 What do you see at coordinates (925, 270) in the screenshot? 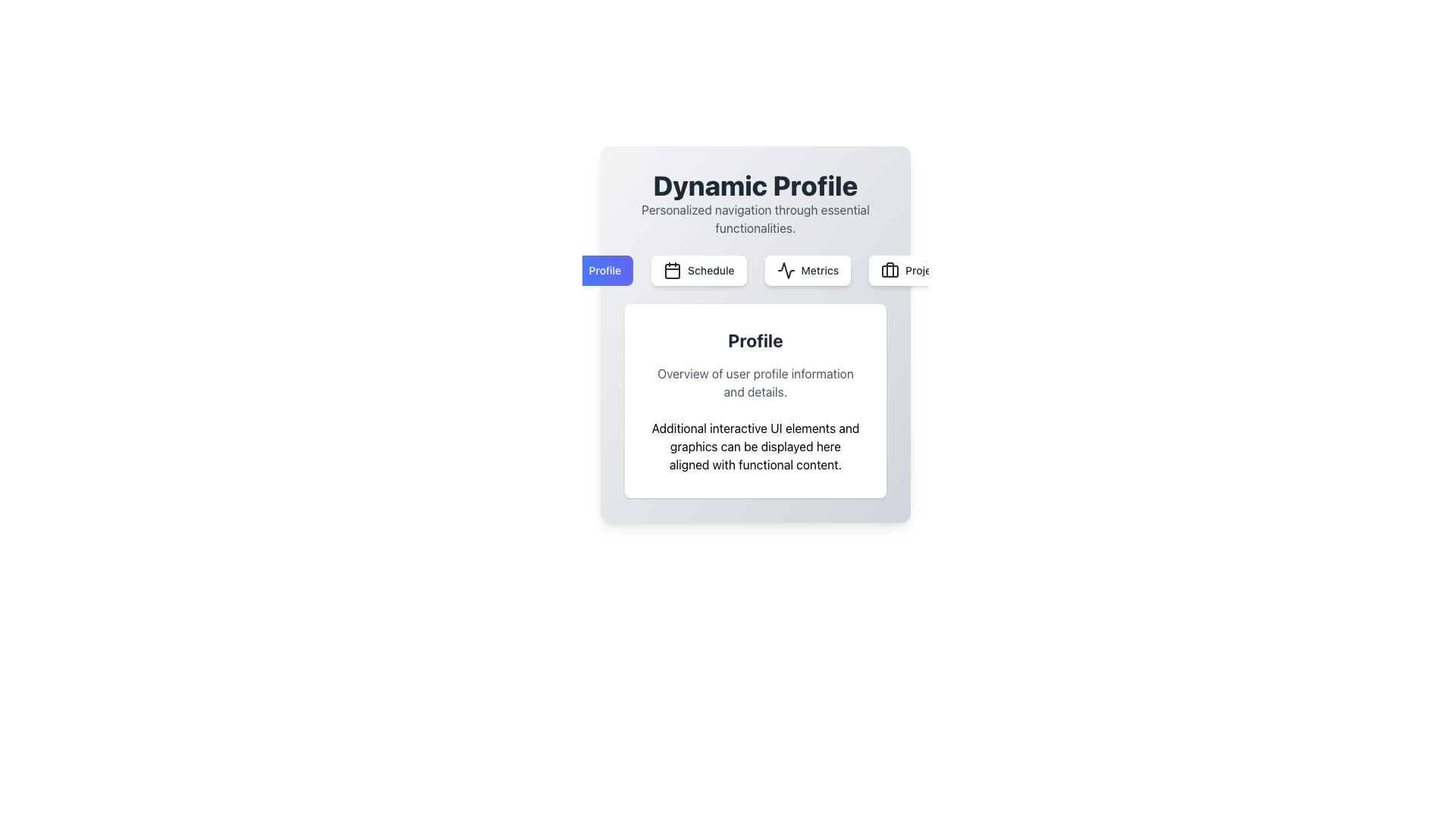
I see `the text label displaying 'Projects'` at bounding box center [925, 270].